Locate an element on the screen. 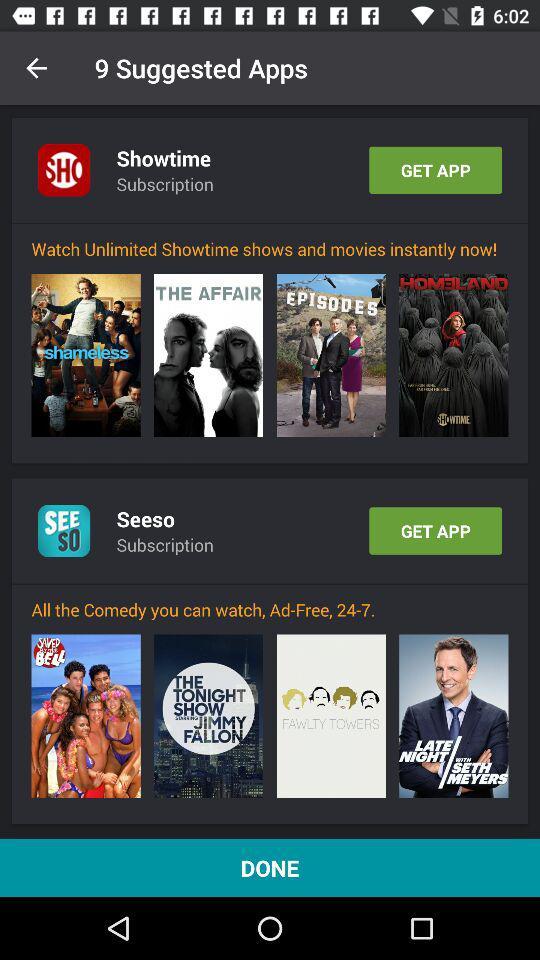 The height and width of the screenshot is (960, 540). done item is located at coordinates (270, 867).